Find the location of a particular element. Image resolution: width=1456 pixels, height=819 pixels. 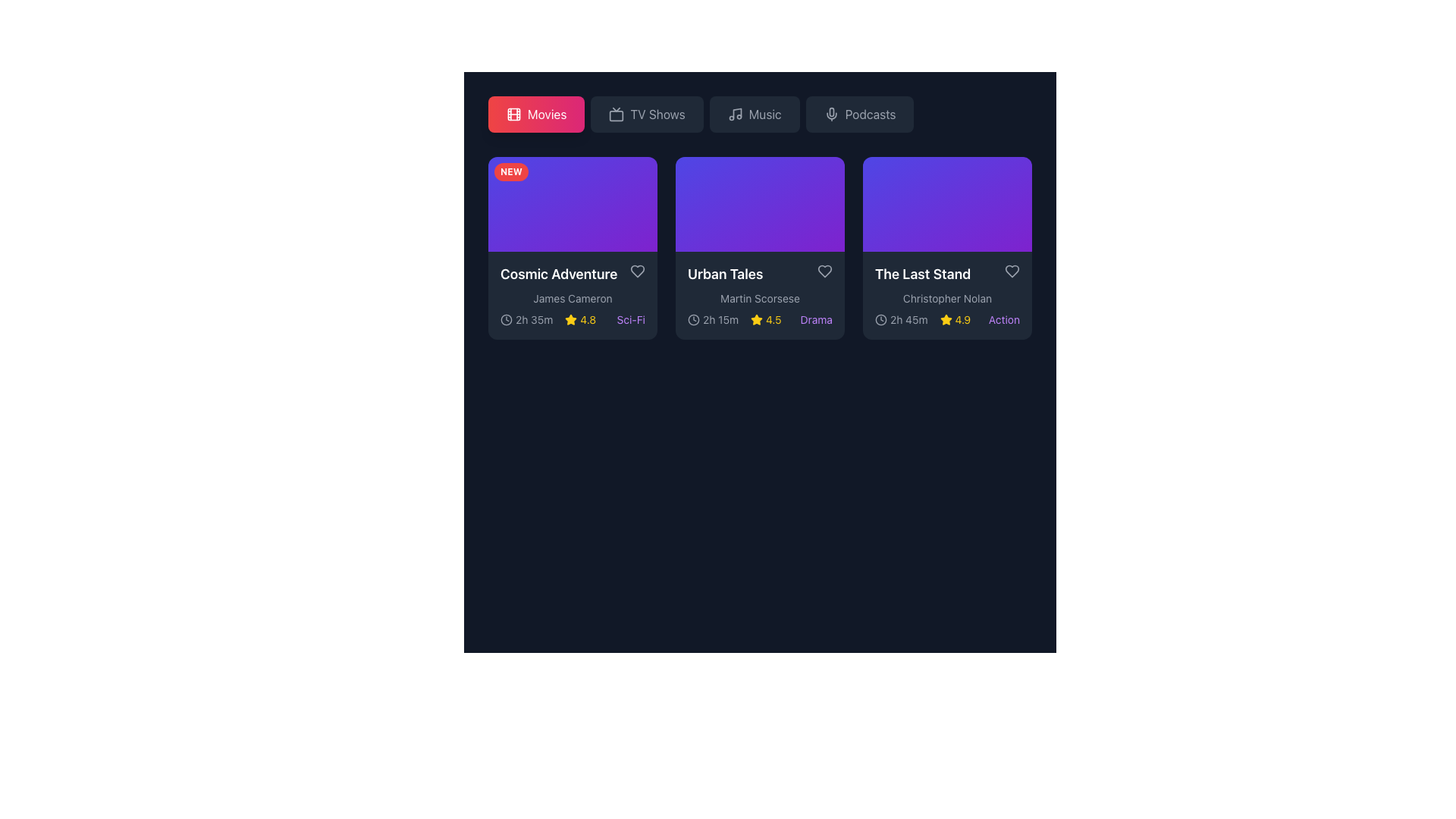

the time duration icon located at the leftmost position within its group, preceding the '2h 15m' text in the second card of the horizontal layout is located at coordinates (693, 318).